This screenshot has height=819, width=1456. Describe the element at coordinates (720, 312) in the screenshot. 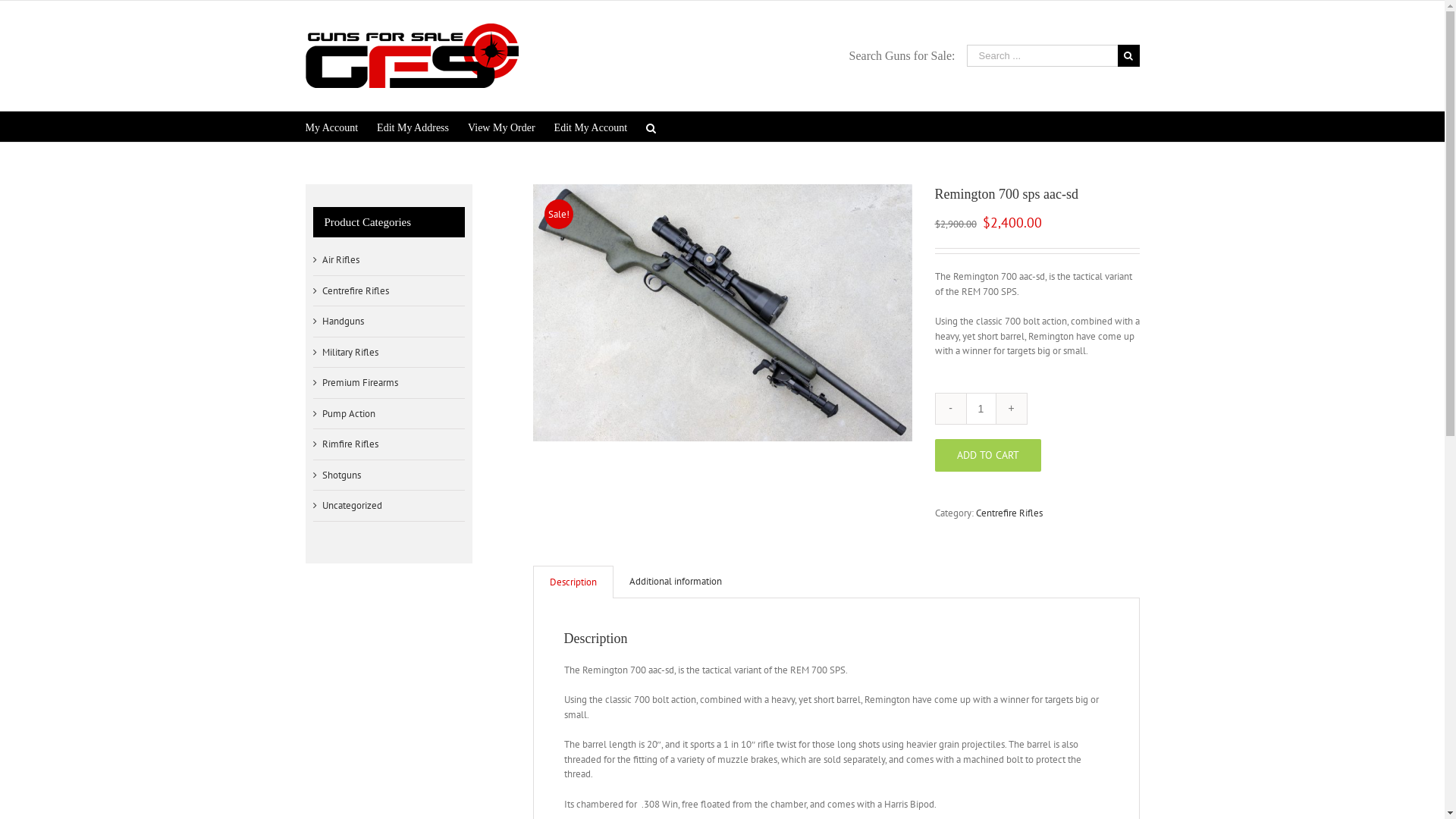

I see `'700aac-sd'` at that location.